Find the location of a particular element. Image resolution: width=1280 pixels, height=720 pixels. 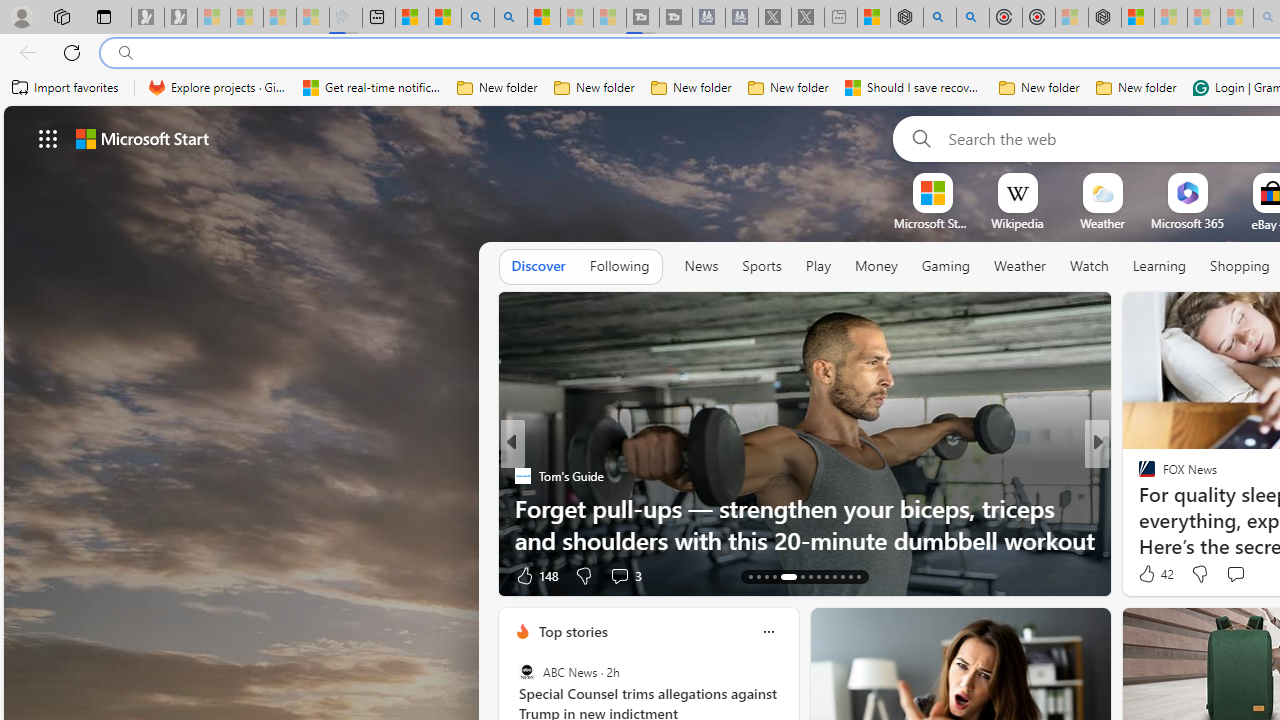

'AutomationID: tab-16' is located at coordinates (774, 577).